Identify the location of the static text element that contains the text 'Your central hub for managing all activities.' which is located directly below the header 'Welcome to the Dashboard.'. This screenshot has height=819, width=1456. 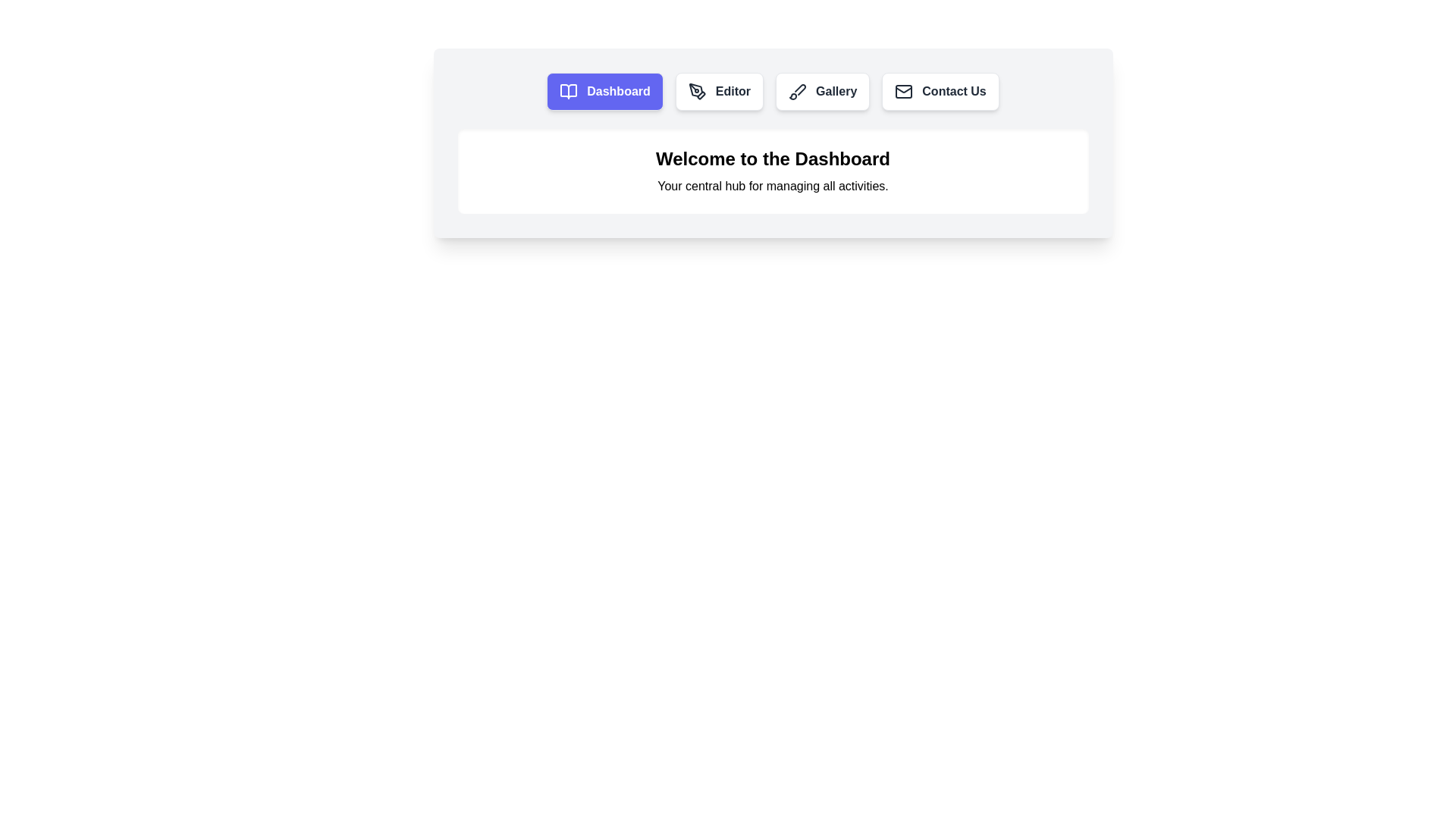
(773, 186).